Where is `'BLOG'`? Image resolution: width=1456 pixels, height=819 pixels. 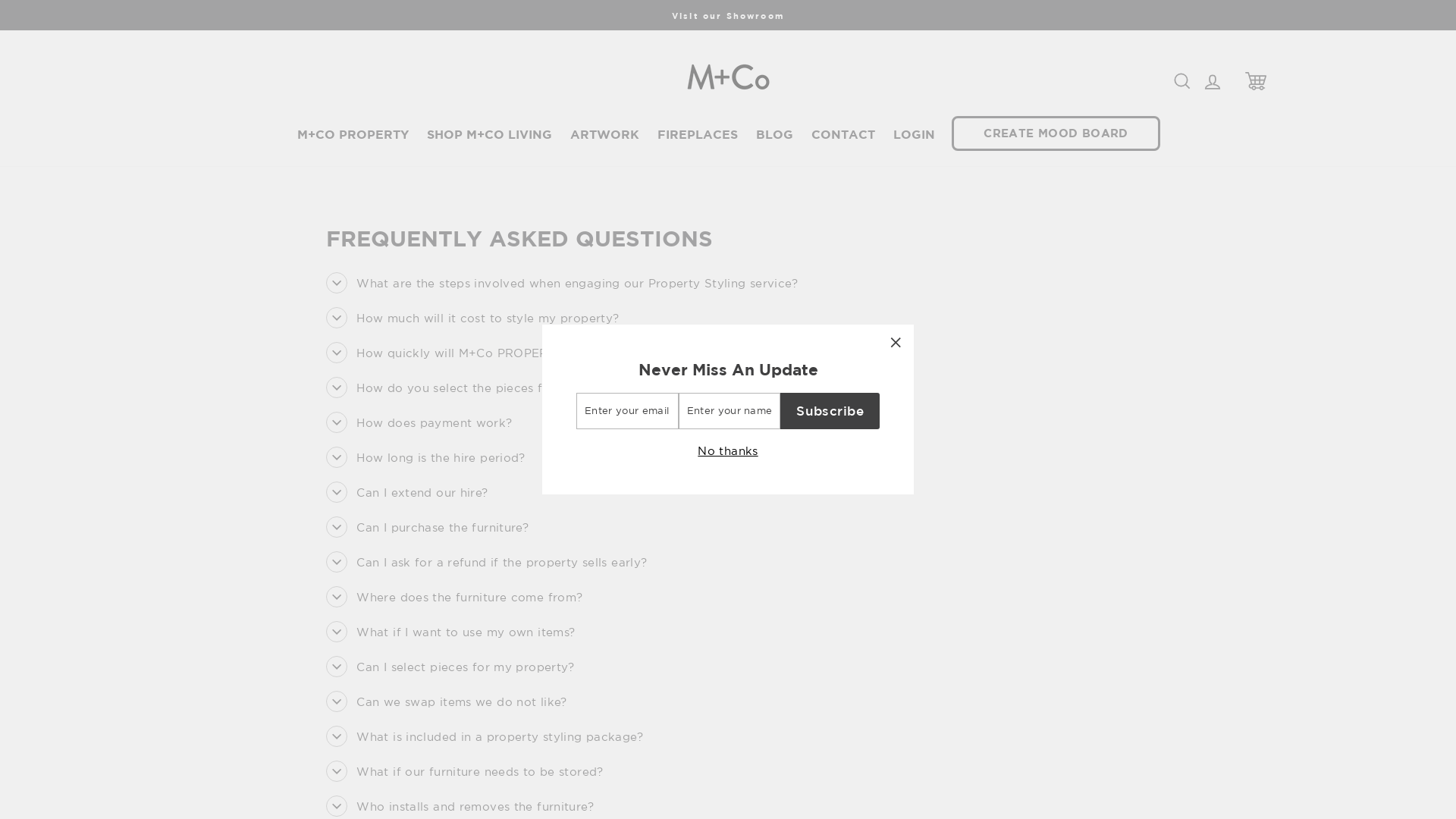
'BLOG' is located at coordinates (774, 133).